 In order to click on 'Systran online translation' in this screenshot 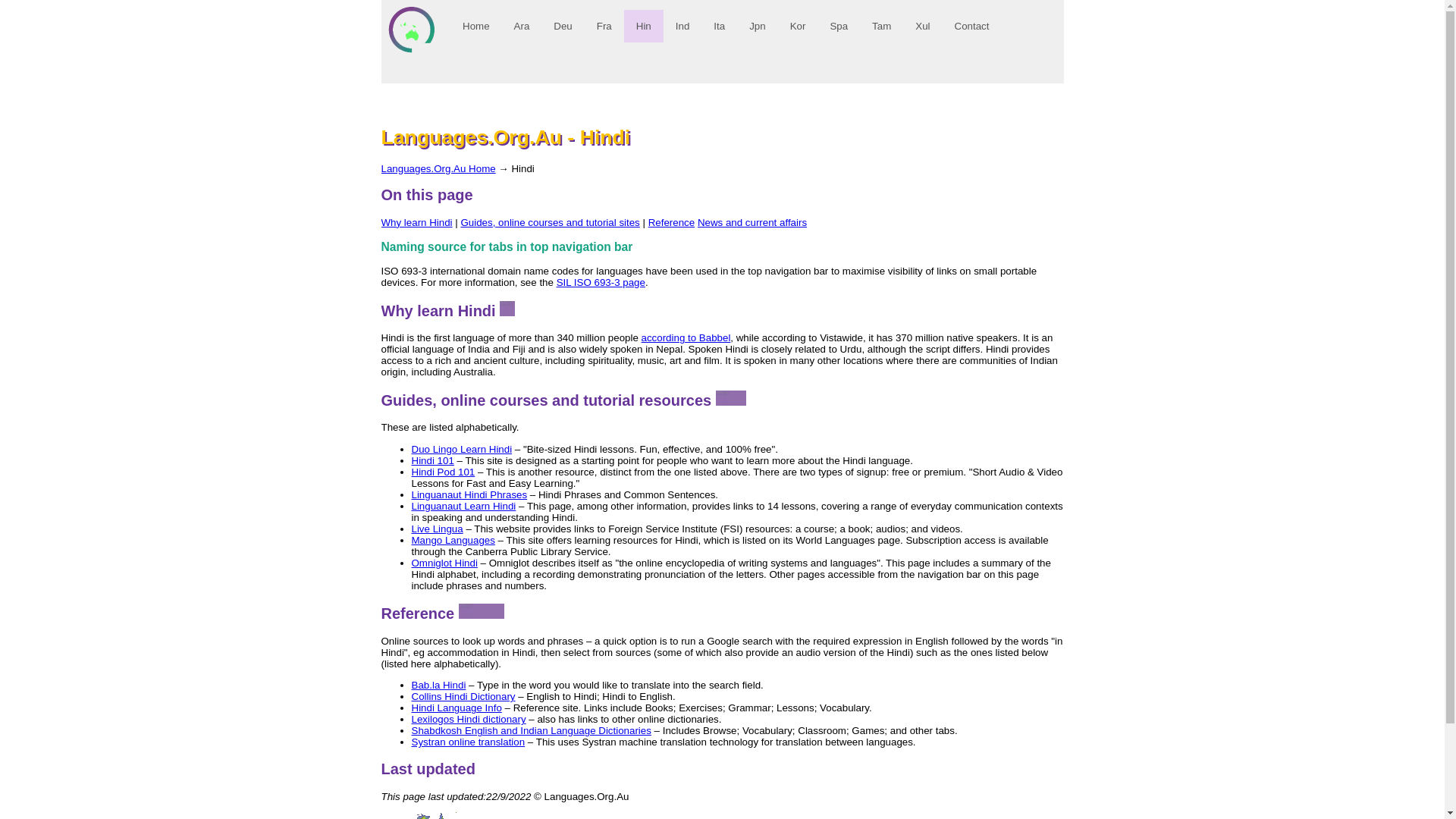, I will do `click(411, 741)`.